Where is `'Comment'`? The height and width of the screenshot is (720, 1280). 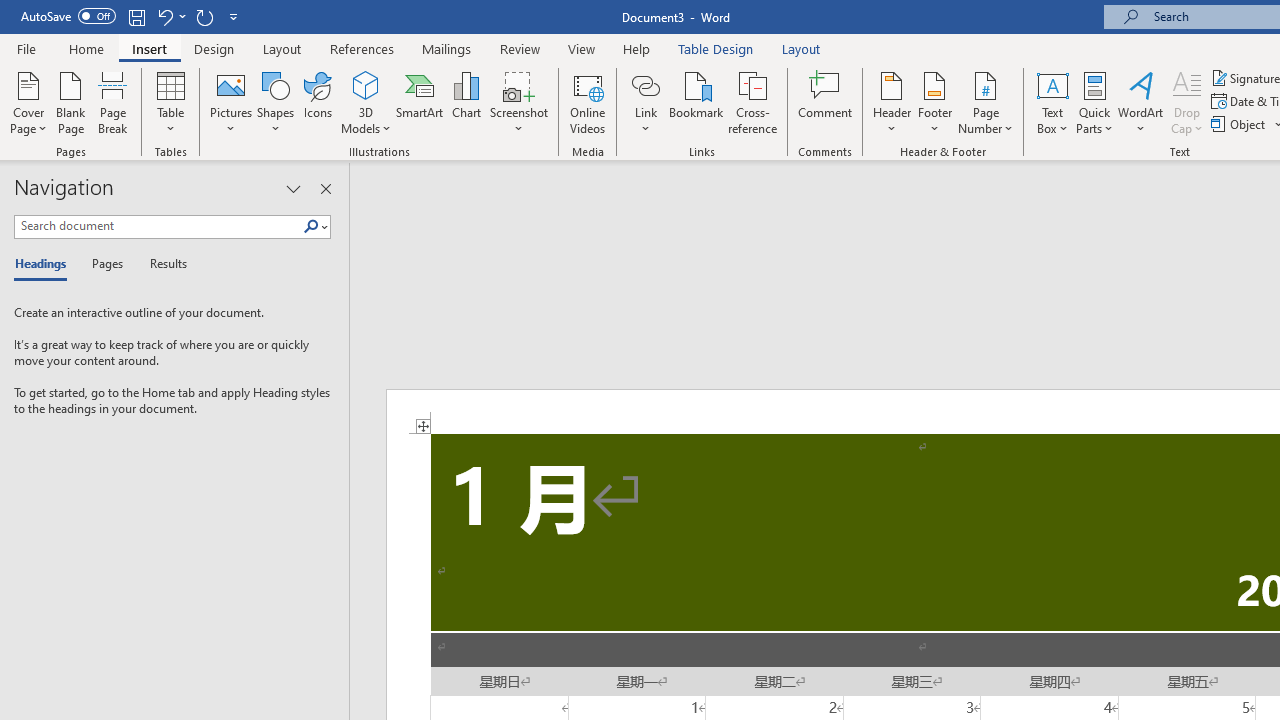
'Comment' is located at coordinates (825, 103).